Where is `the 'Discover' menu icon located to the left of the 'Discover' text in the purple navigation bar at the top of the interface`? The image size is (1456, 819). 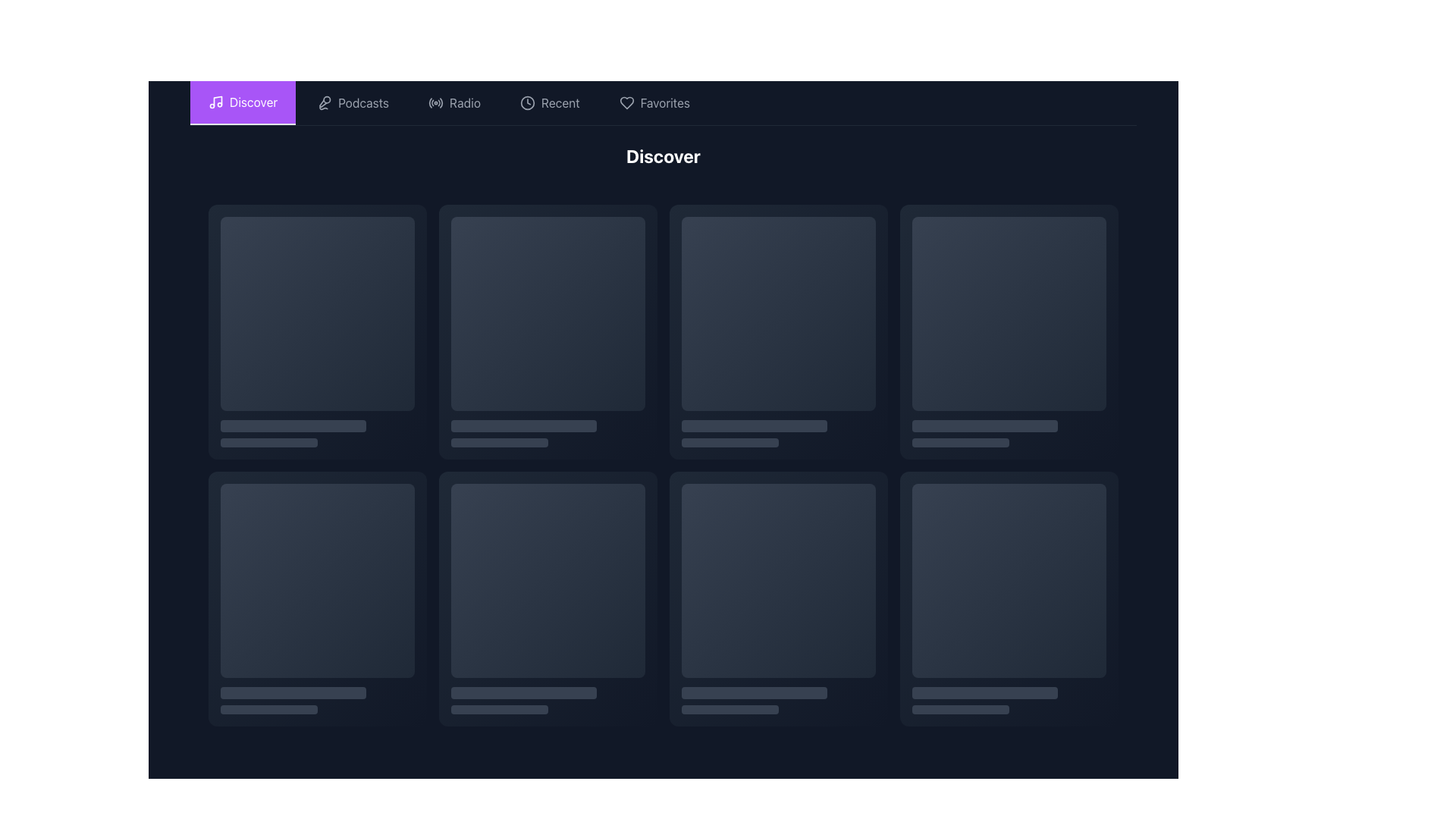
the 'Discover' menu icon located to the left of the 'Discover' text in the purple navigation bar at the top of the interface is located at coordinates (215, 102).